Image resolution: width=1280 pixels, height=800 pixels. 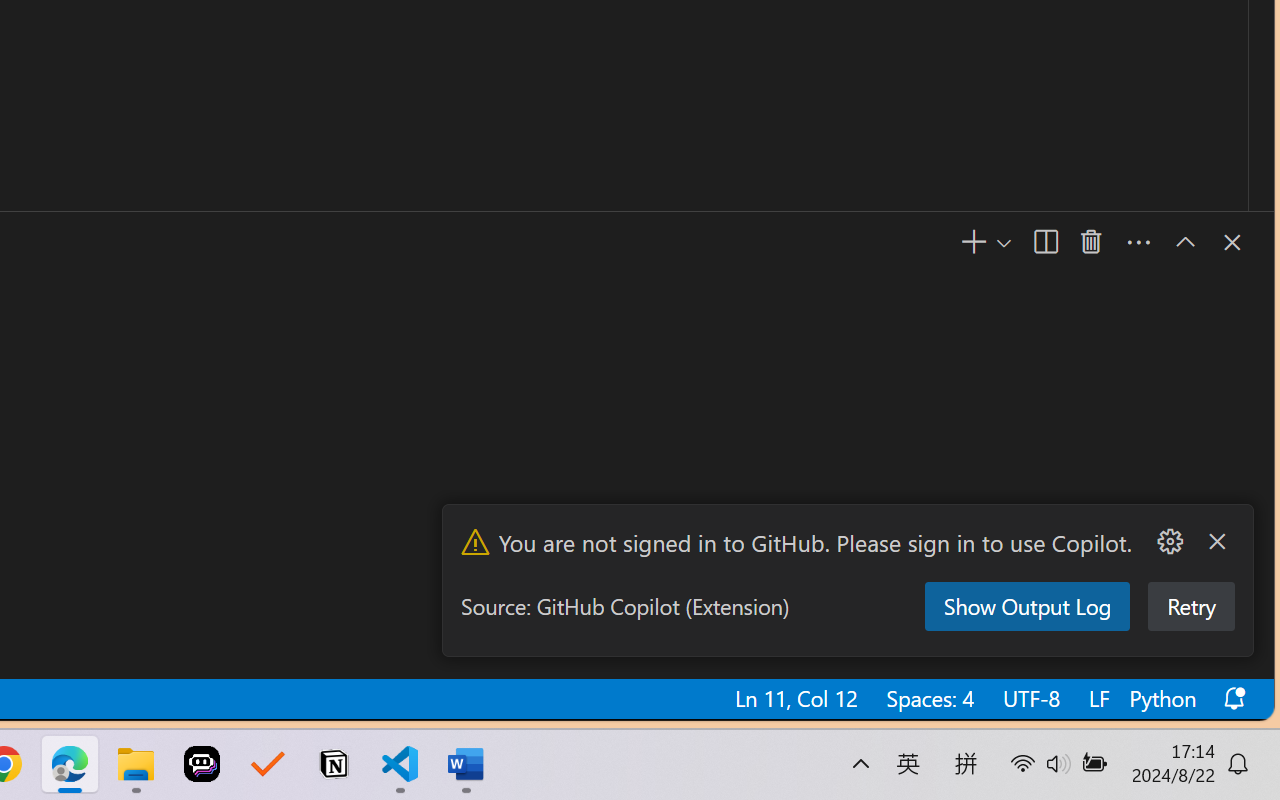 I want to click on 'UTF-8', so click(x=1029, y=698).